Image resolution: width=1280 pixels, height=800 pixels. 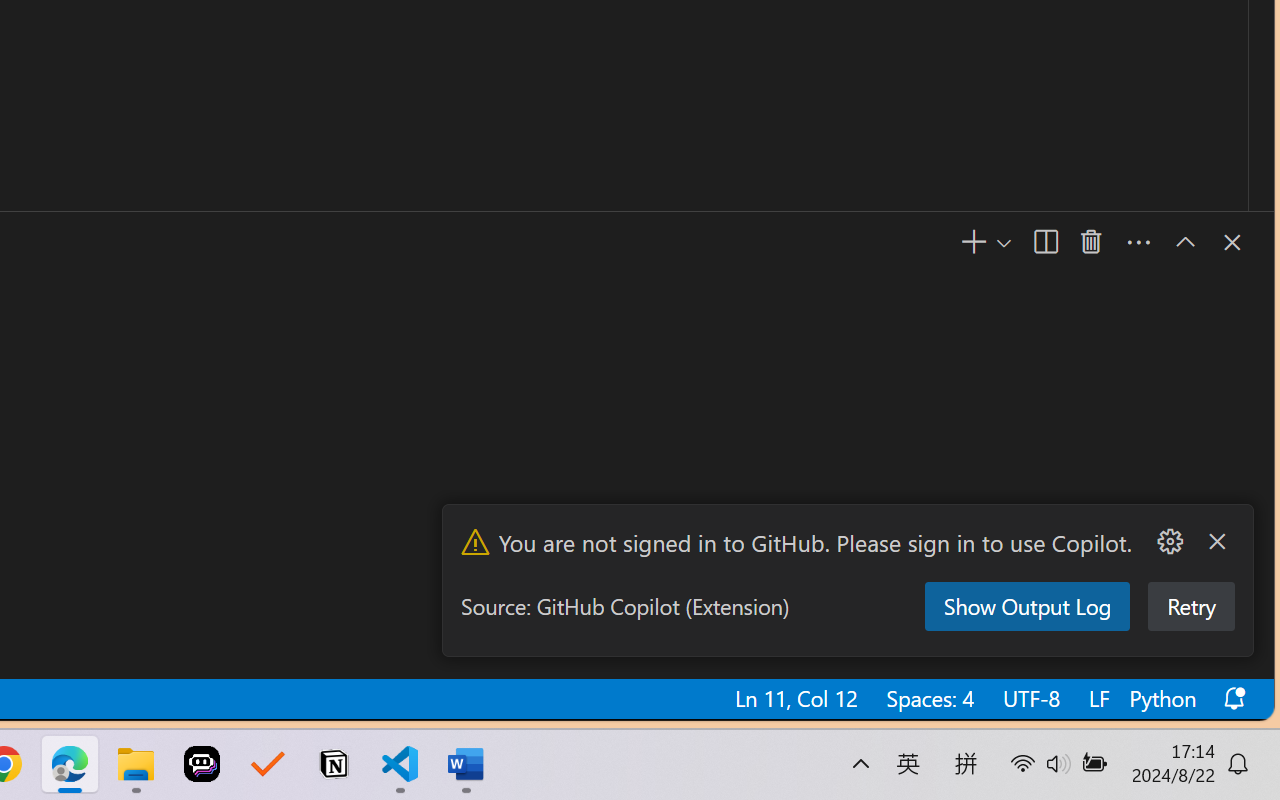 I want to click on 'UTF-8', so click(x=1029, y=698).